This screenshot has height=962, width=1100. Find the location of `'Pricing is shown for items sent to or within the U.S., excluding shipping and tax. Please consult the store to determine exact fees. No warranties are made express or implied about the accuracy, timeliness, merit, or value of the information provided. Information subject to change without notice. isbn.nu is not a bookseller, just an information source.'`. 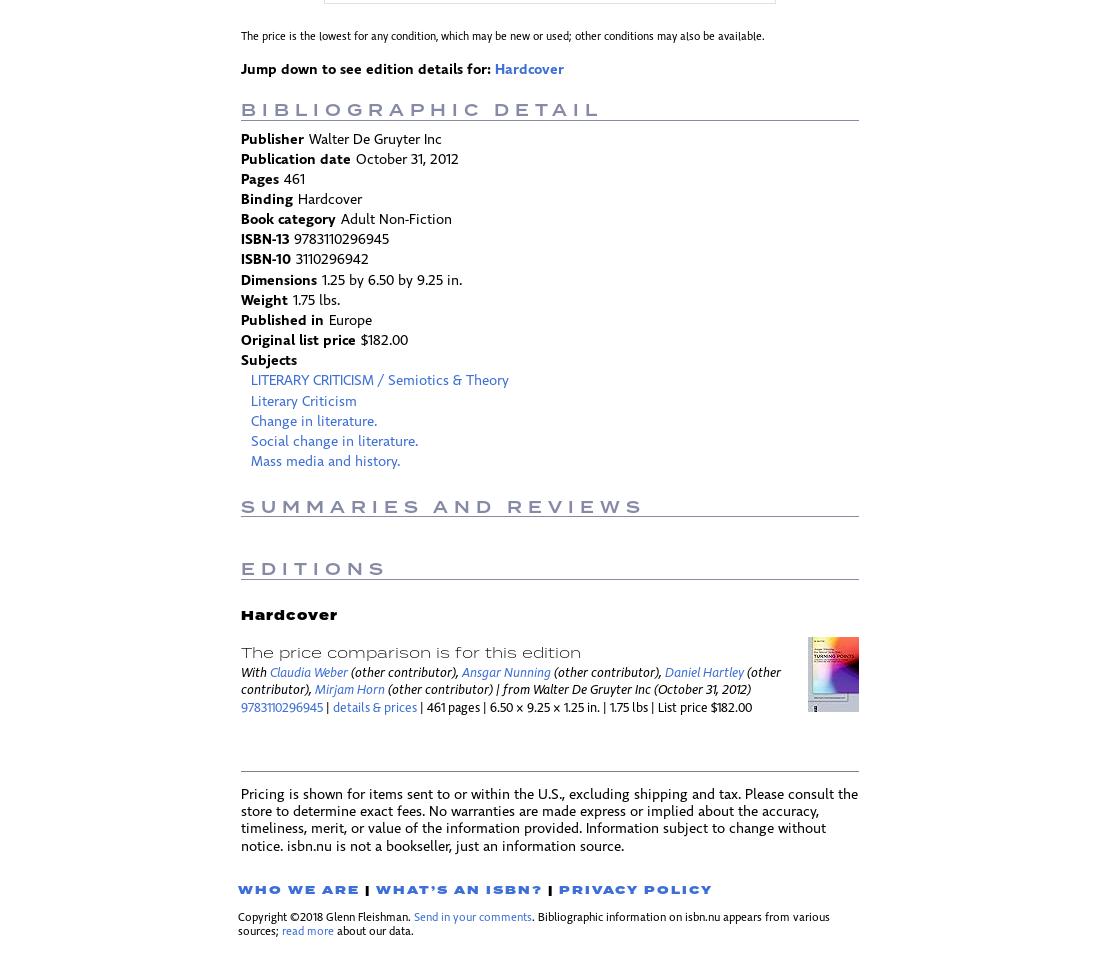

'Pricing is shown for items sent to or within the U.S., excluding shipping and tax. Please consult the store to determine exact fees. No warranties are made express or implied about the accuracy, timeliness, merit, or value of the information provided. Information subject to change without notice. isbn.nu is not a bookseller, just an information source.' is located at coordinates (241, 820).